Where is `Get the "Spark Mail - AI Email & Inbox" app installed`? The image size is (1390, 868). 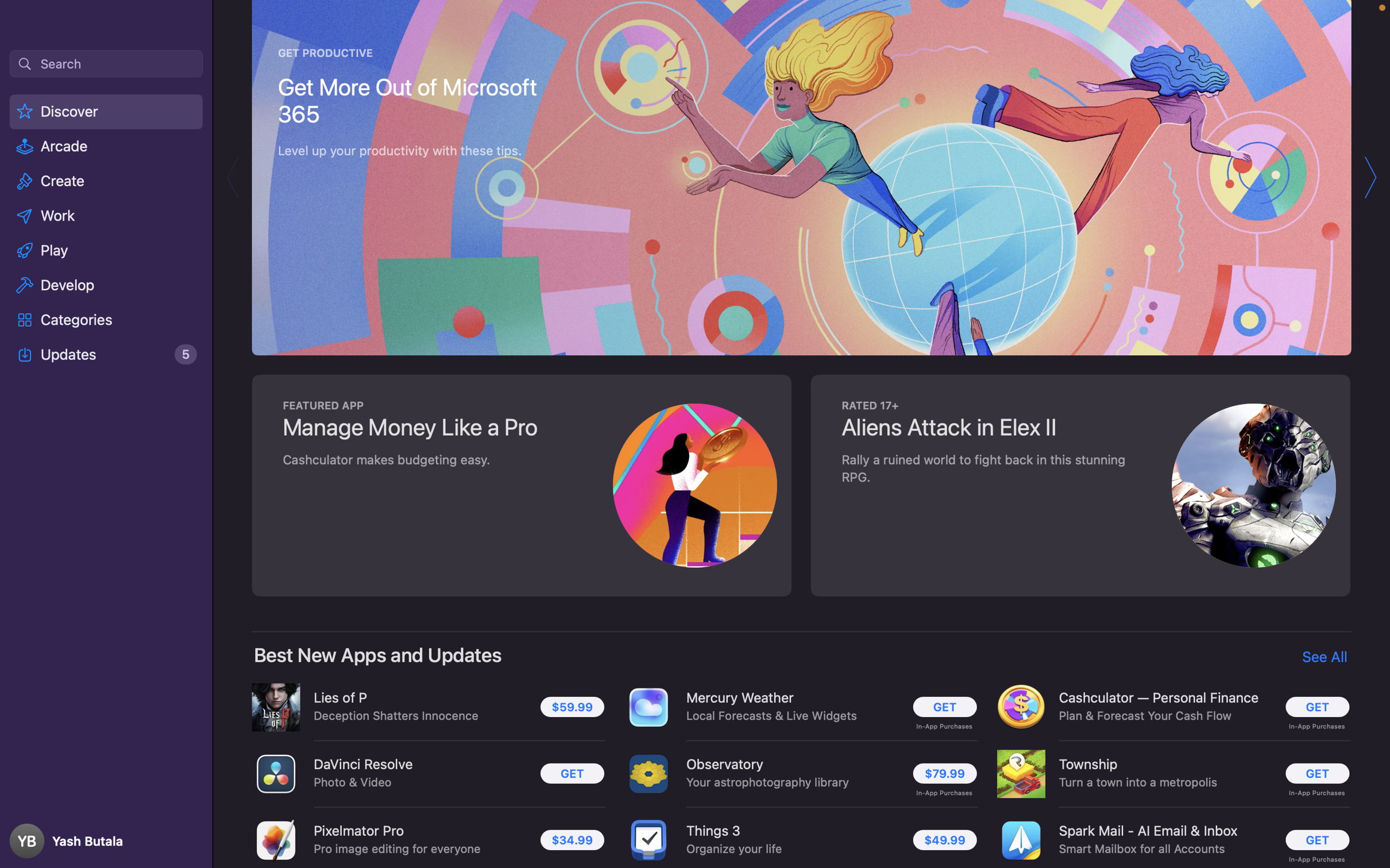
Get the "Spark Mail - AI Email & Inbox" app installed is located at coordinates (1314, 841).